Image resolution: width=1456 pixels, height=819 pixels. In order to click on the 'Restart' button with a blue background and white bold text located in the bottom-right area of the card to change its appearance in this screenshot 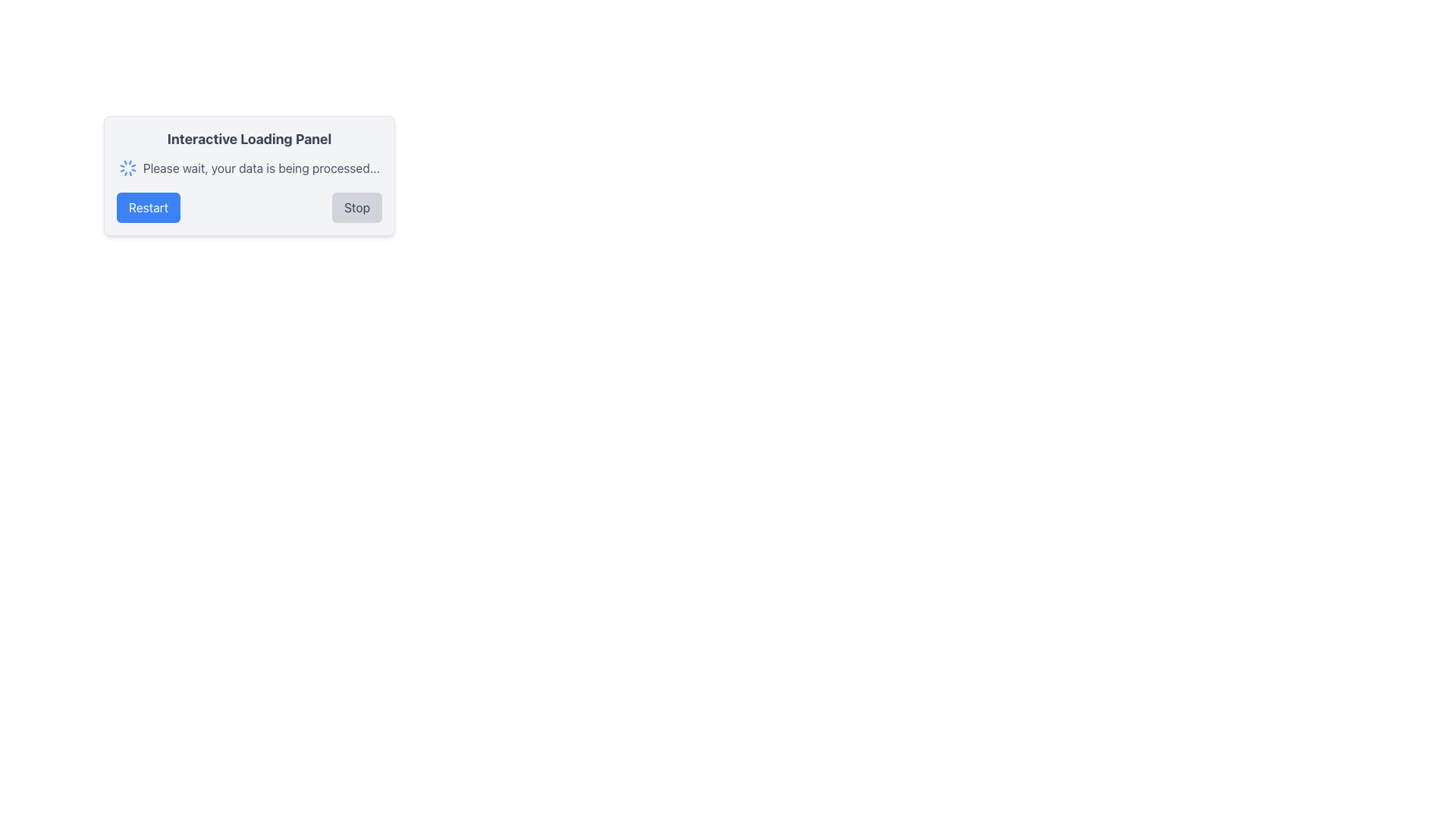, I will do `click(149, 207)`.